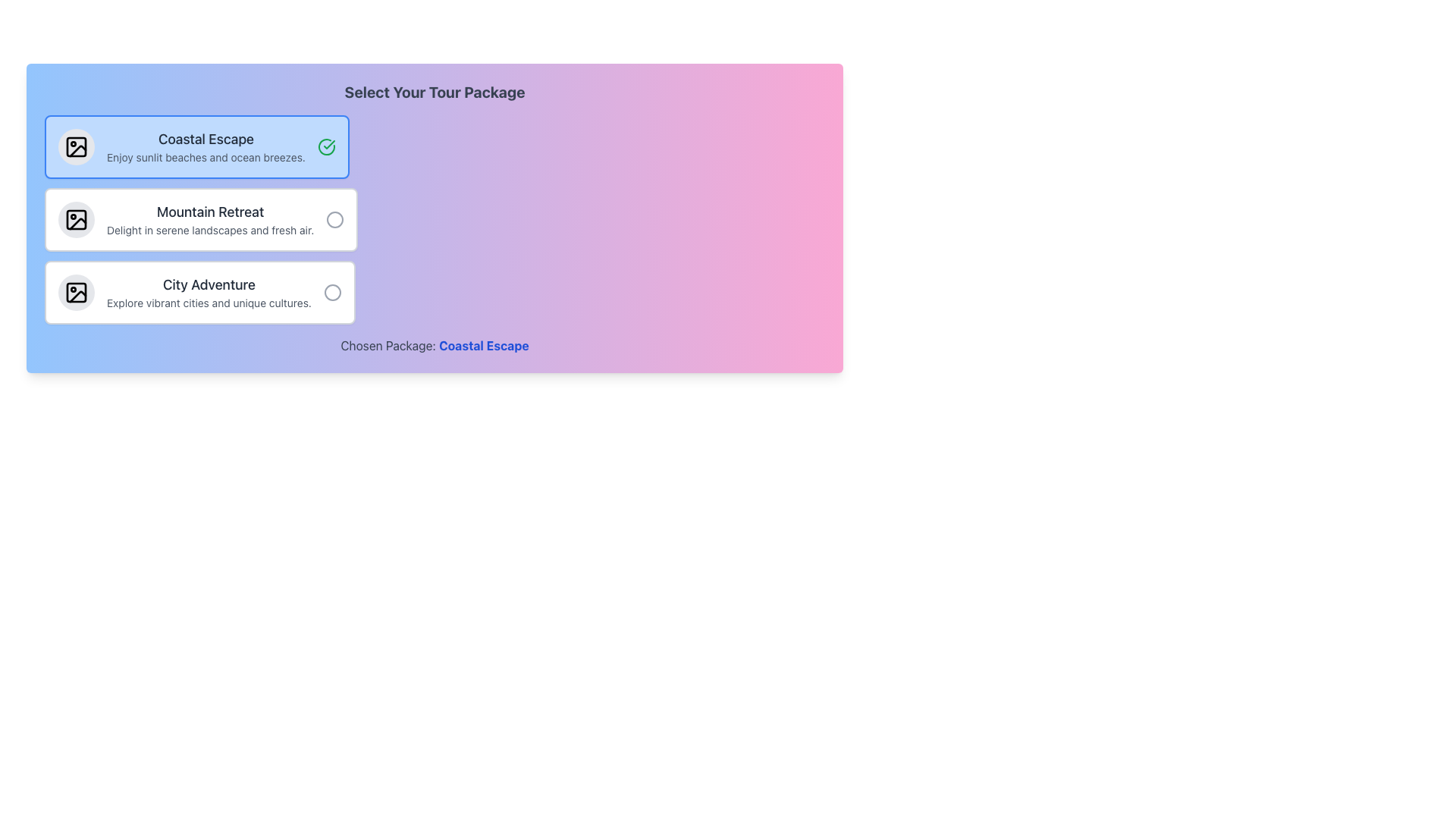  I want to click on the Text Label for the 'Coastal Escape' package to read its content, so click(205, 140).